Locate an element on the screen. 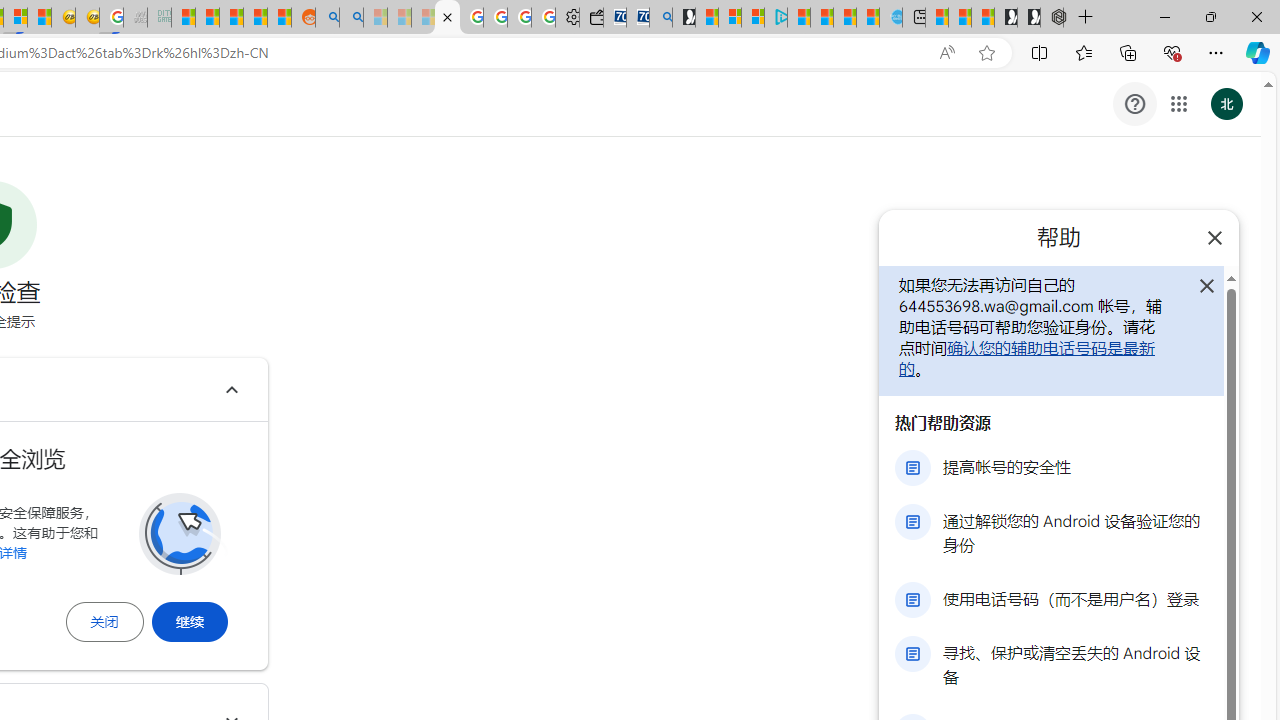 The image size is (1280, 720). 'Cheap Car Rentals - Save70.com' is located at coordinates (637, 17).